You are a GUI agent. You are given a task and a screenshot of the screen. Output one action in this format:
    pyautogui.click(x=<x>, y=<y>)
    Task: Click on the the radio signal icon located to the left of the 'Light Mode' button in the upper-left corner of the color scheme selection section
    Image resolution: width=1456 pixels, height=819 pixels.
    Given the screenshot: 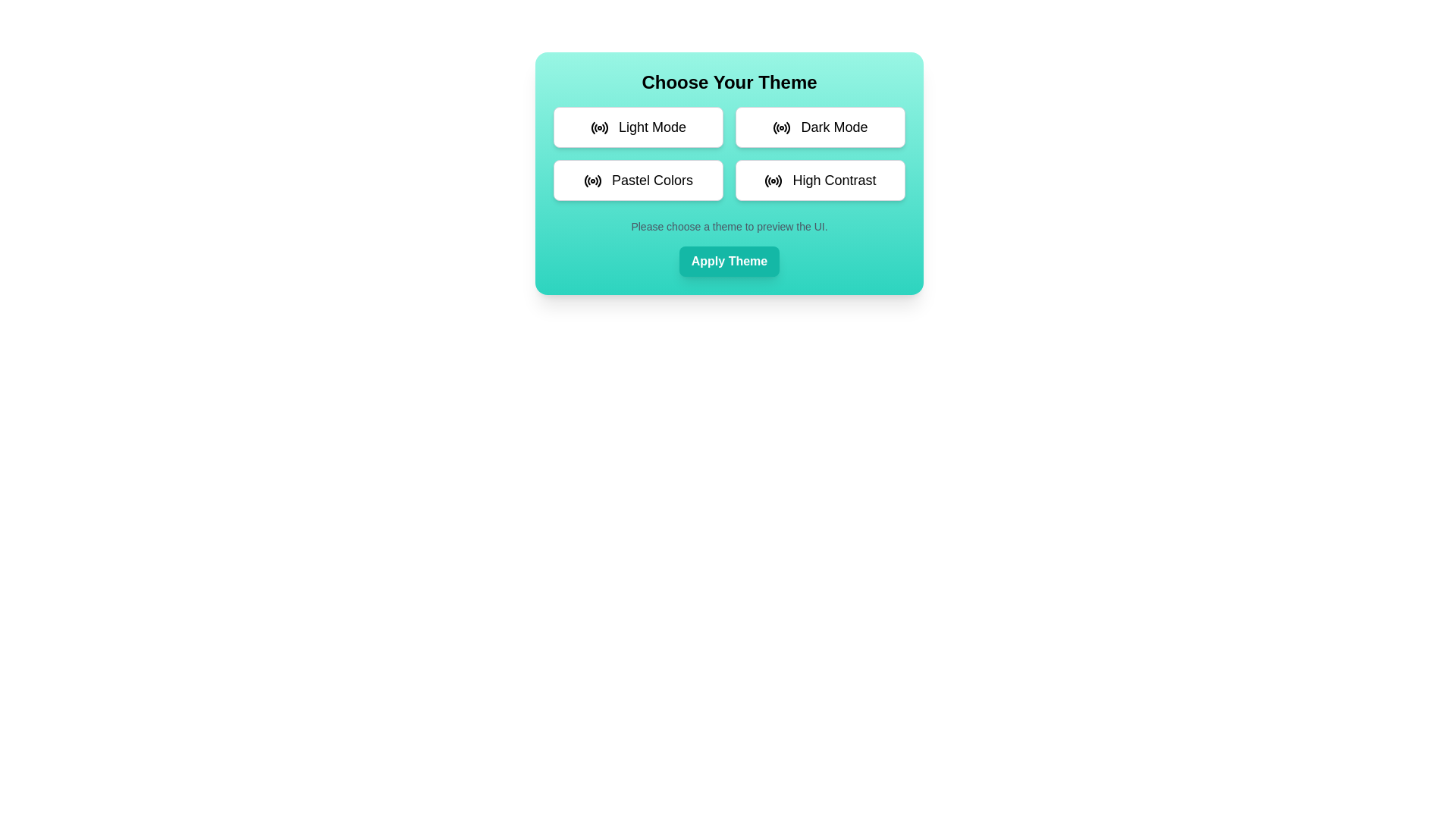 What is the action you would take?
    pyautogui.click(x=599, y=127)
    